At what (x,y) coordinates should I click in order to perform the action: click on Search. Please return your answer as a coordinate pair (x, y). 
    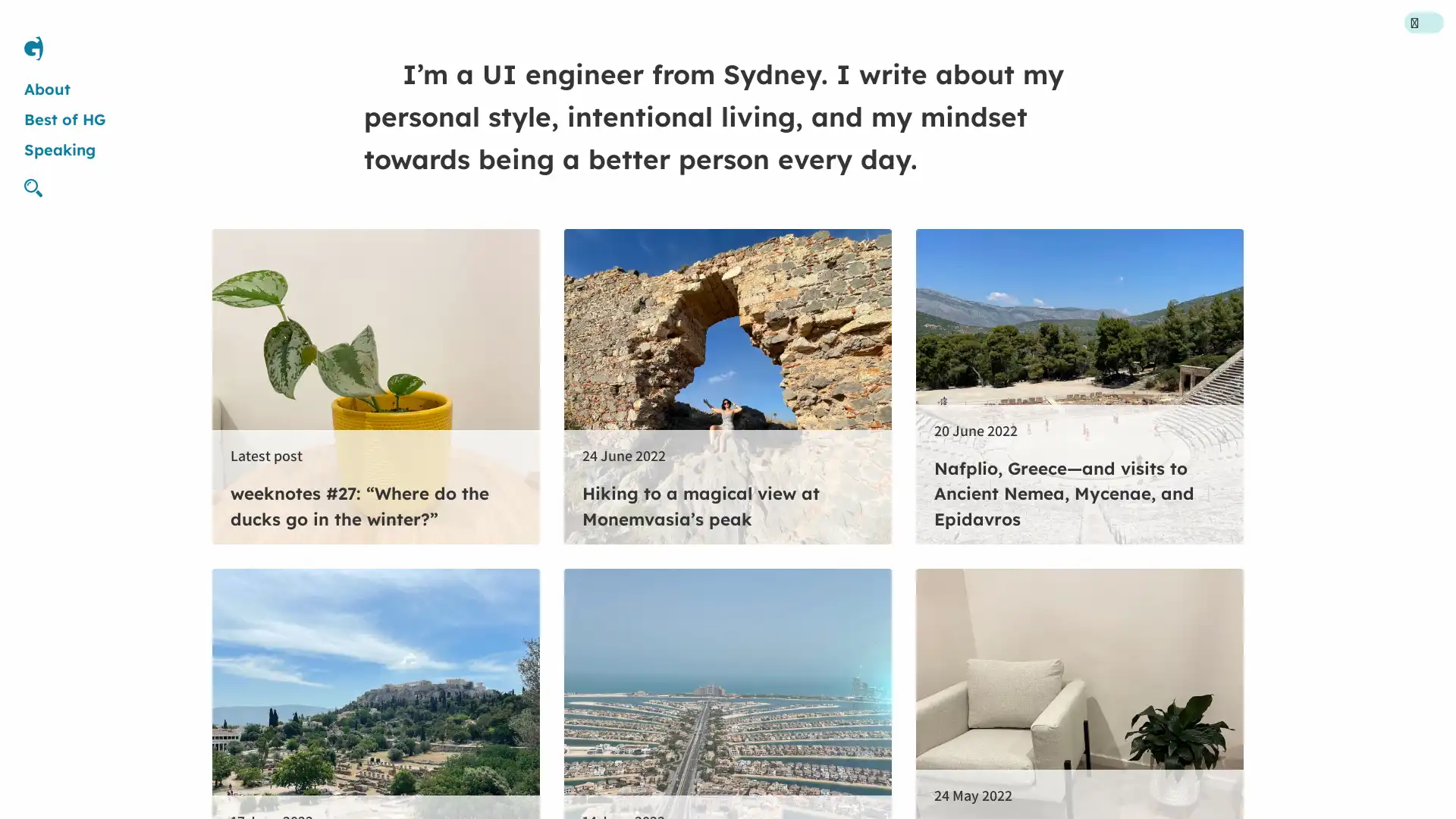
    Looking at the image, I should click on (862, 408).